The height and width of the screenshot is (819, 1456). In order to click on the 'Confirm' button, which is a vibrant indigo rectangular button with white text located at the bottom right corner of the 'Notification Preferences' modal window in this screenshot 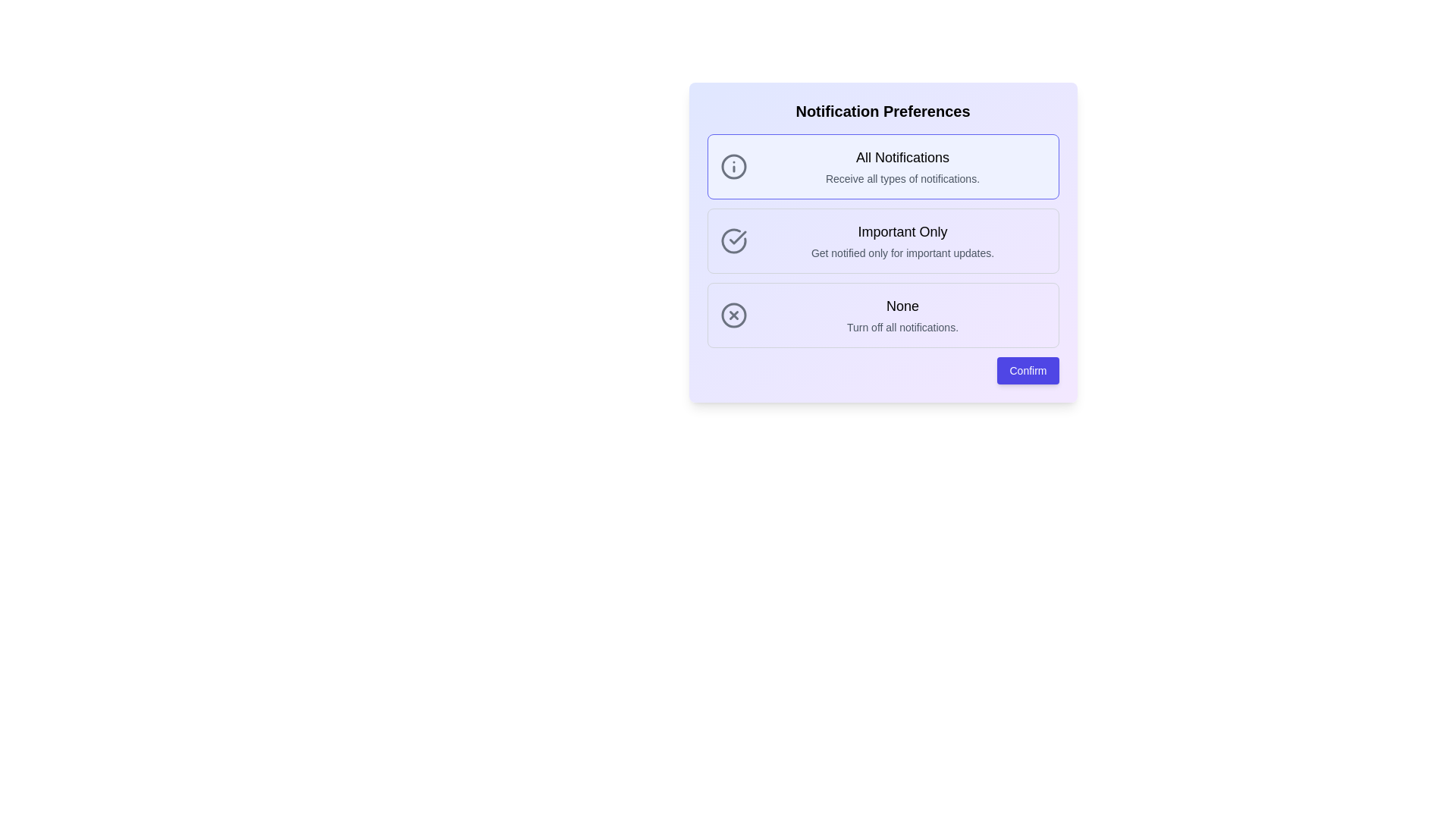, I will do `click(1028, 371)`.